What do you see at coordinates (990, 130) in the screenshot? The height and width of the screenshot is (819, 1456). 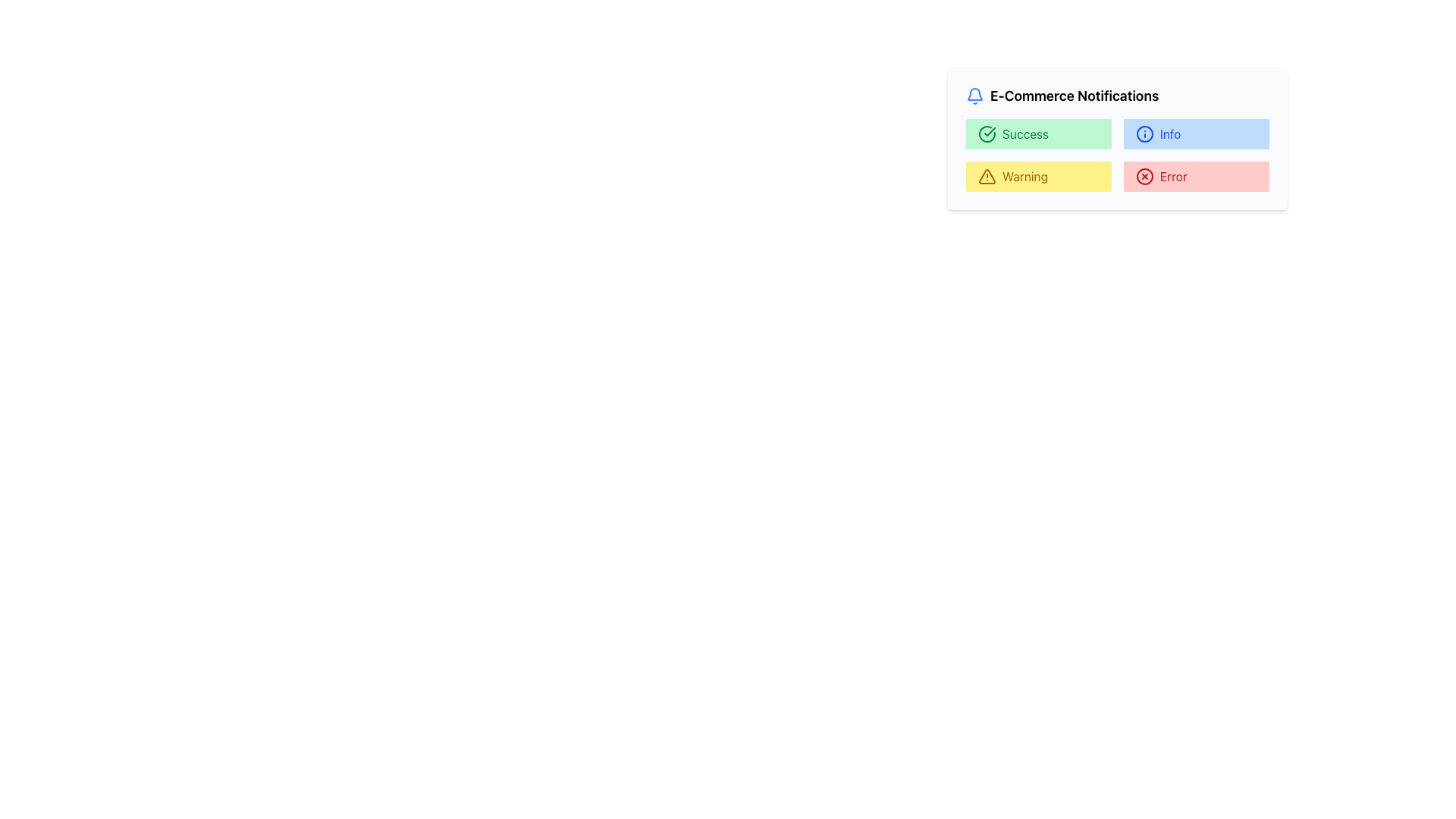 I see `the checkmark icon in the top-left quadrant of the green 'Success' notification area to indicate a 'success' state or confirmation` at bounding box center [990, 130].